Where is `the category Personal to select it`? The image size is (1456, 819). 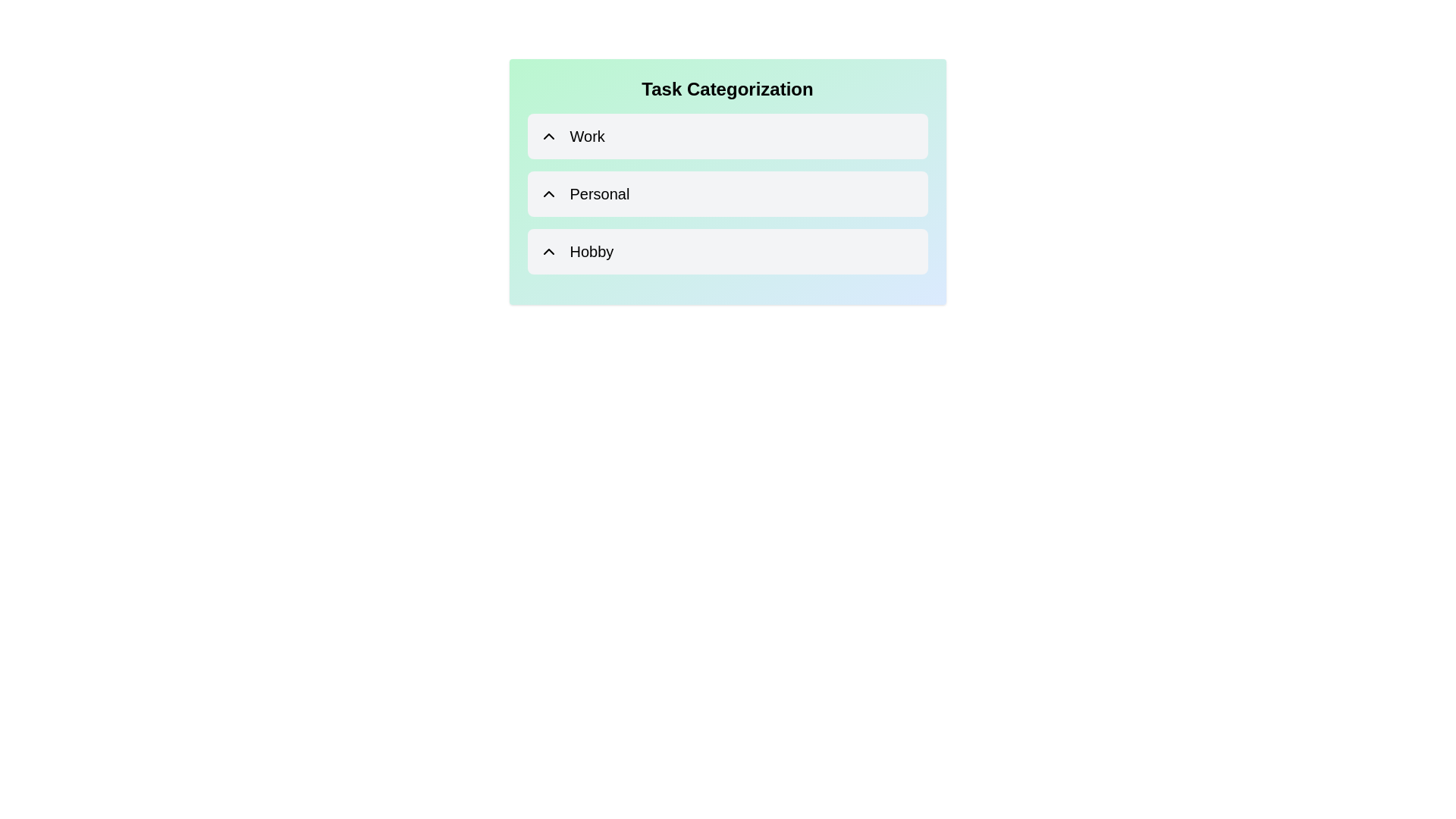 the category Personal to select it is located at coordinates (726, 193).